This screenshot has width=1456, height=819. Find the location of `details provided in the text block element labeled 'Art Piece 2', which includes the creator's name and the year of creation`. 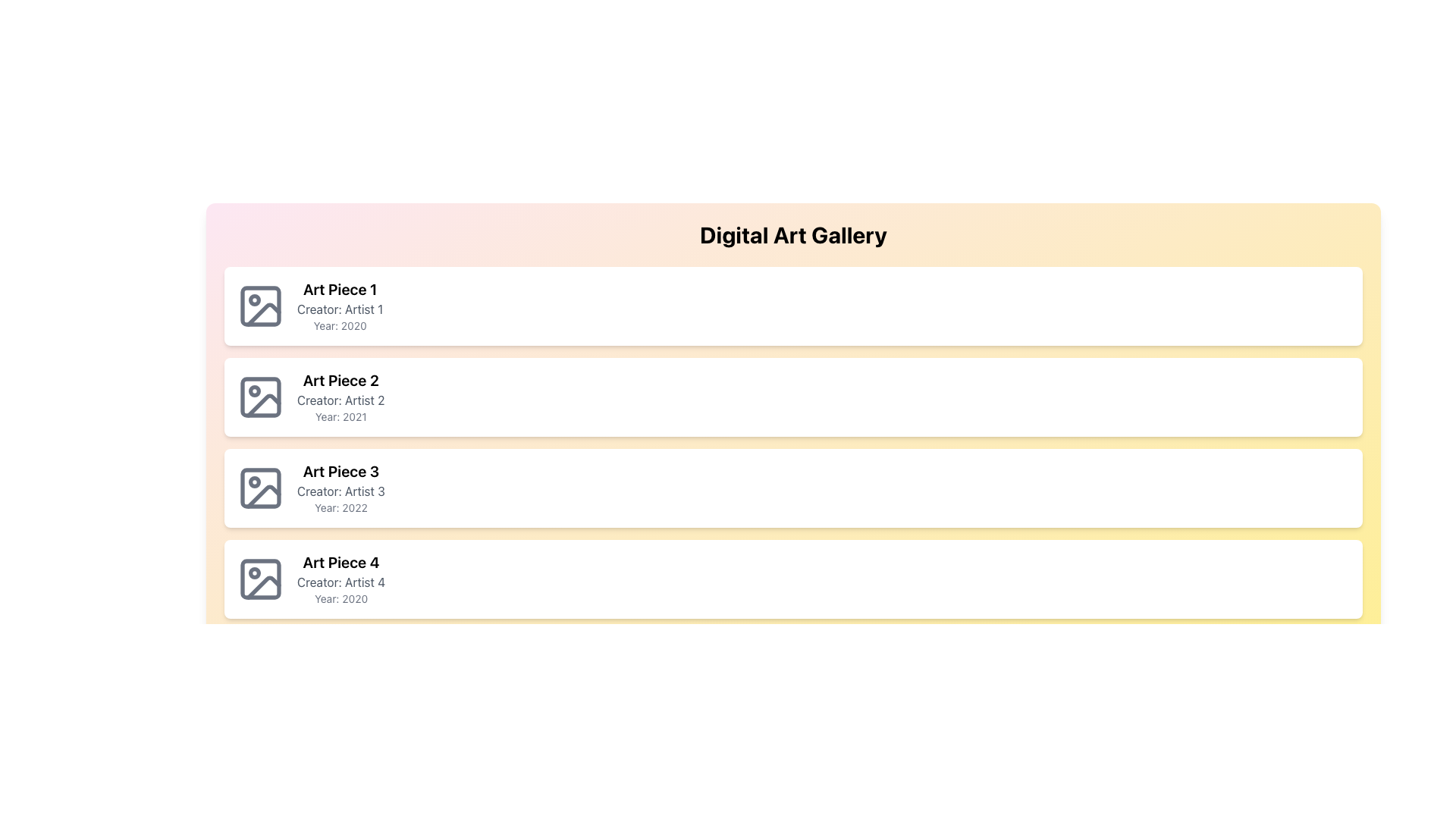

details provided in the text block element labeled 'Art Piece 2', which includes the creator's name and the year of creation is located at coordinates (340, 397).